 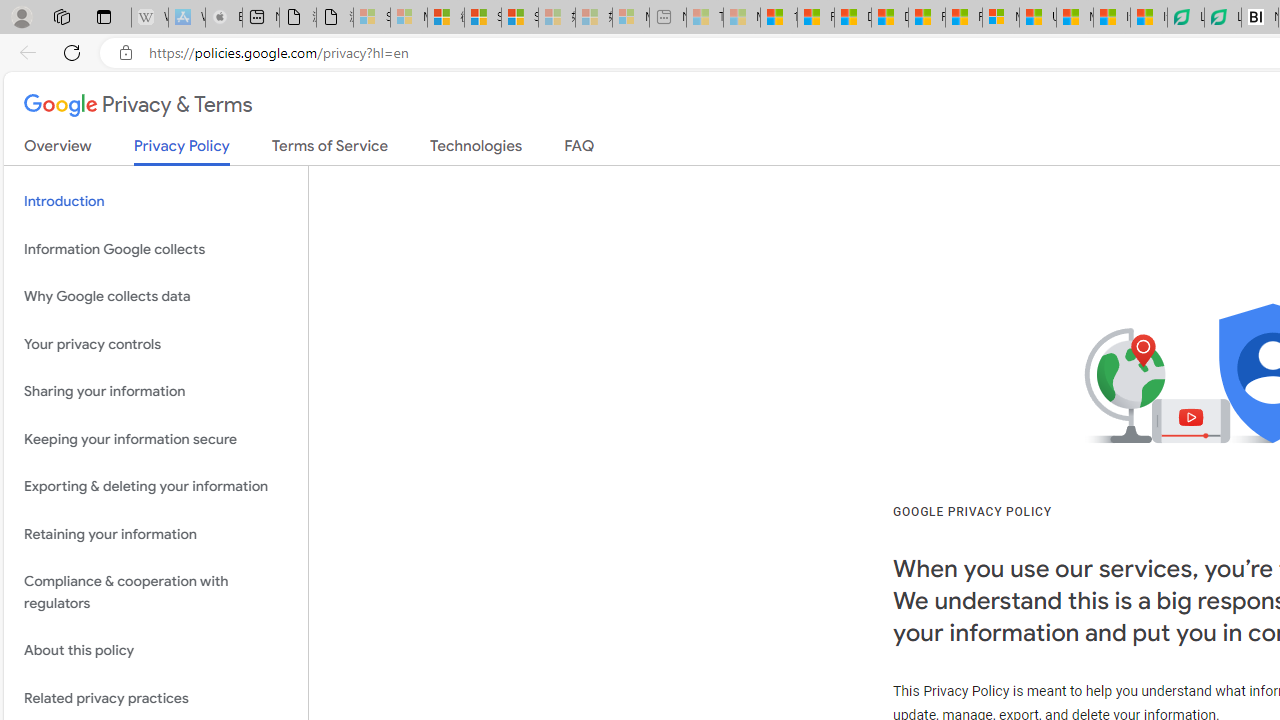 I want to click on 'Marine life - MSN - Sleeping', so click(x=741, y=17).